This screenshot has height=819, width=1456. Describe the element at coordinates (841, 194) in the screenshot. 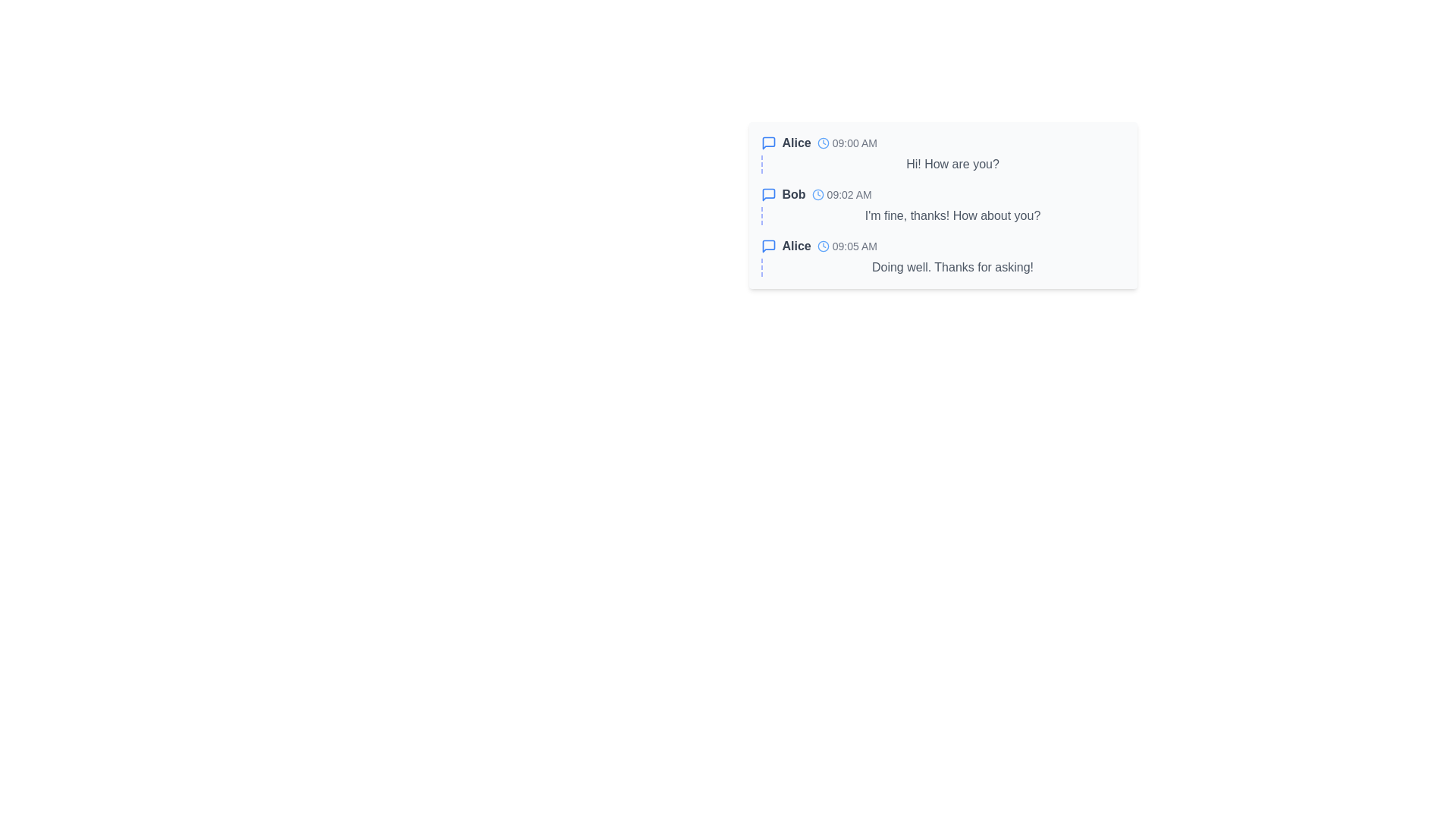

I see `the Text Label with Icon that displays the timestamp of Bob's message, located in the second message from the top` at that location.